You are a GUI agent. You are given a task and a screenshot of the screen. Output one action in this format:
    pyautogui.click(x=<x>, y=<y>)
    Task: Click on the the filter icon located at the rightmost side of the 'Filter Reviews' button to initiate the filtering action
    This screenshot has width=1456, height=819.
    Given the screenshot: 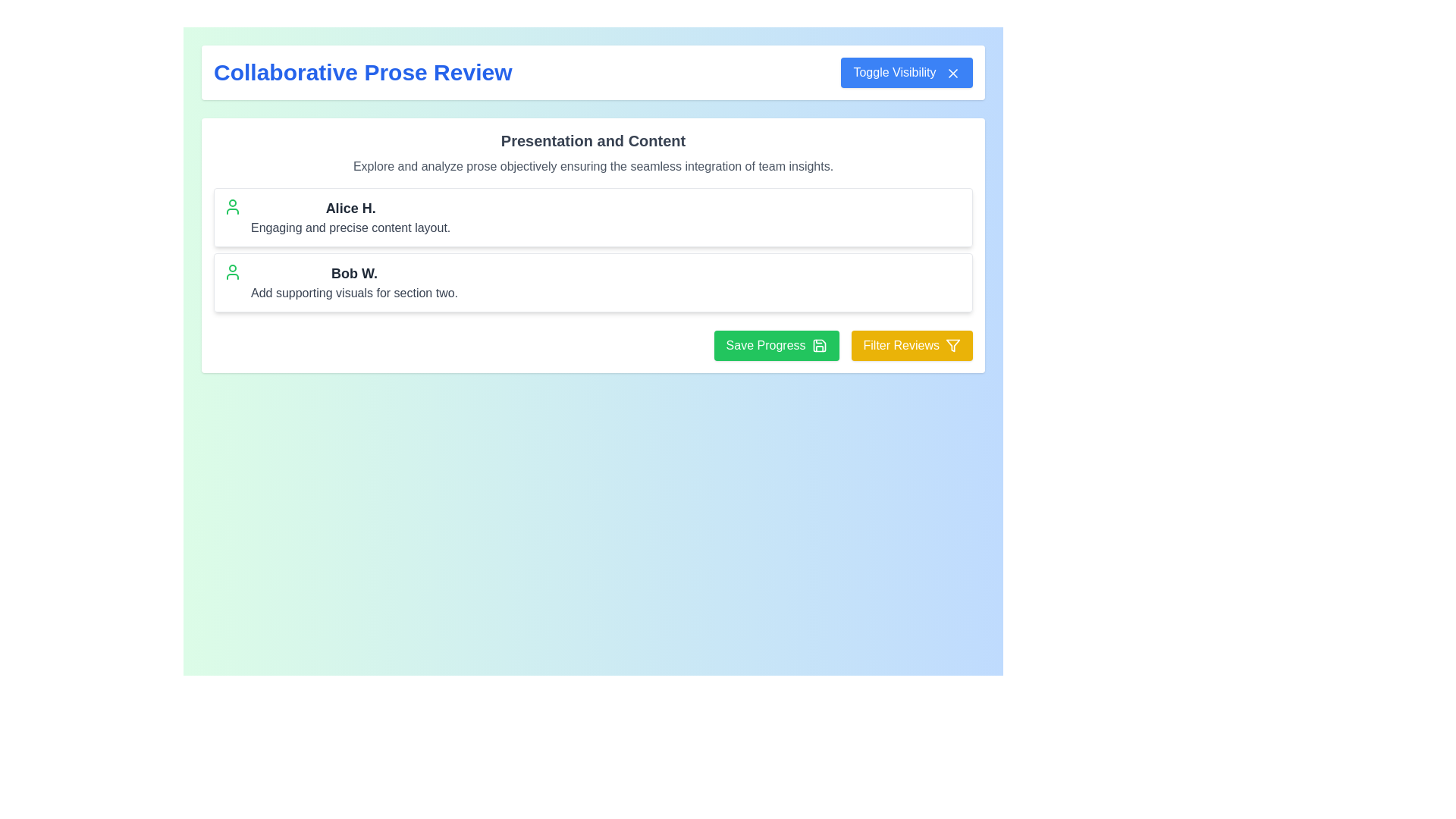 What is the action you would take?
    pyautogui.click(x=952, y=345)
    